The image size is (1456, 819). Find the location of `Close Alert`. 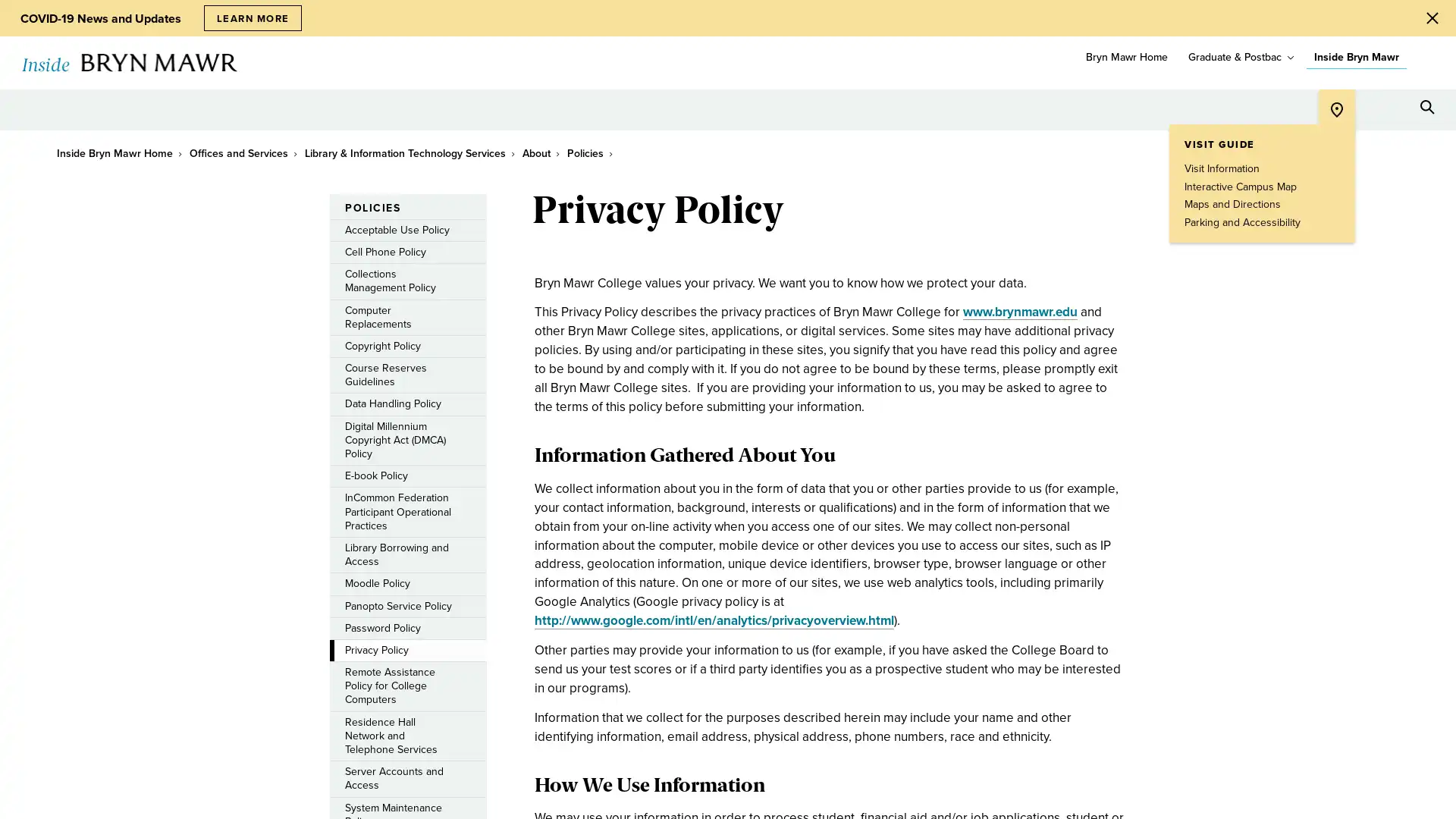

Close Alert is located at coordinates (1432, 17).